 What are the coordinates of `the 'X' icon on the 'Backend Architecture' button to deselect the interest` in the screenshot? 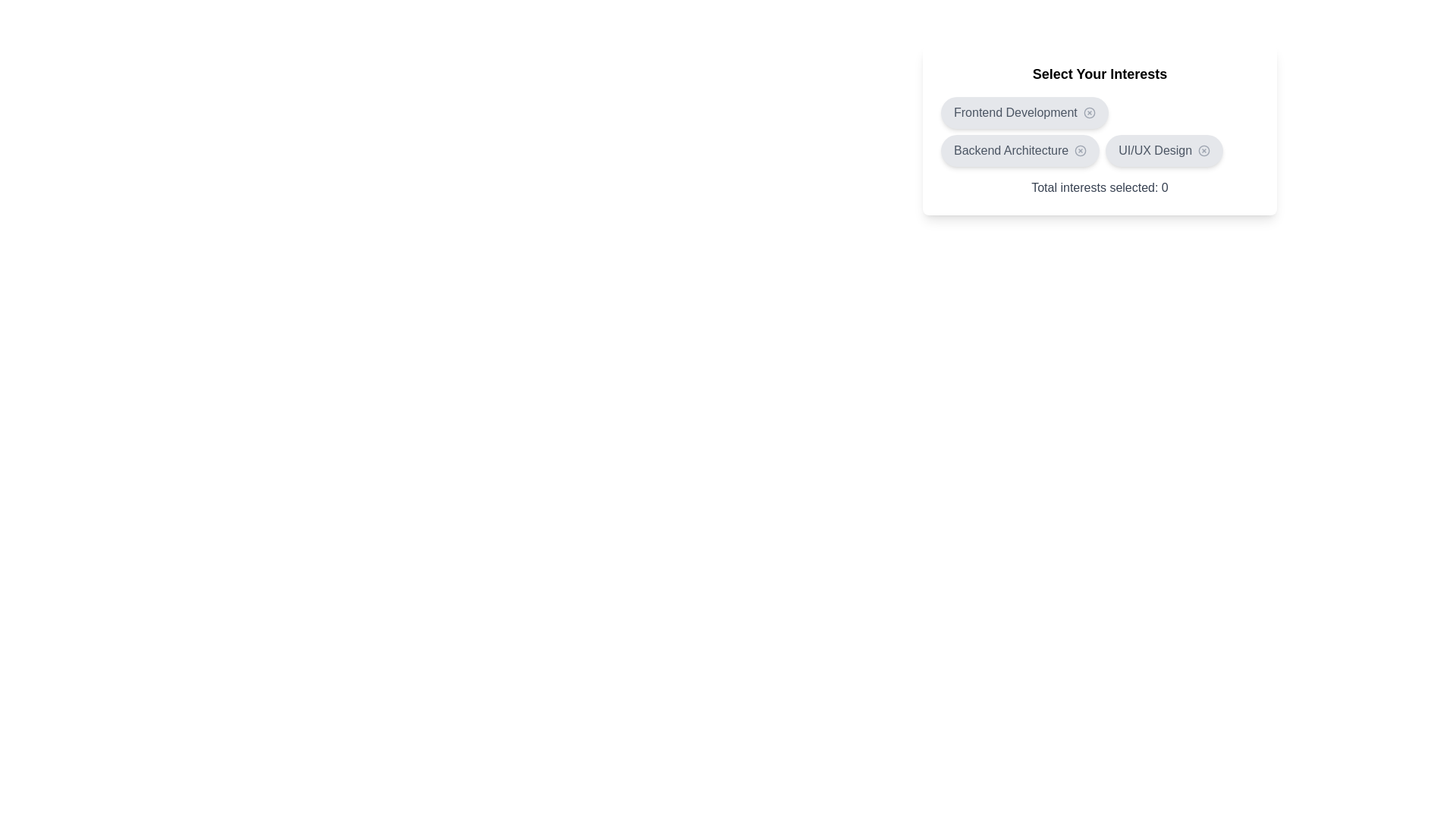 It's located at (1020, 151).